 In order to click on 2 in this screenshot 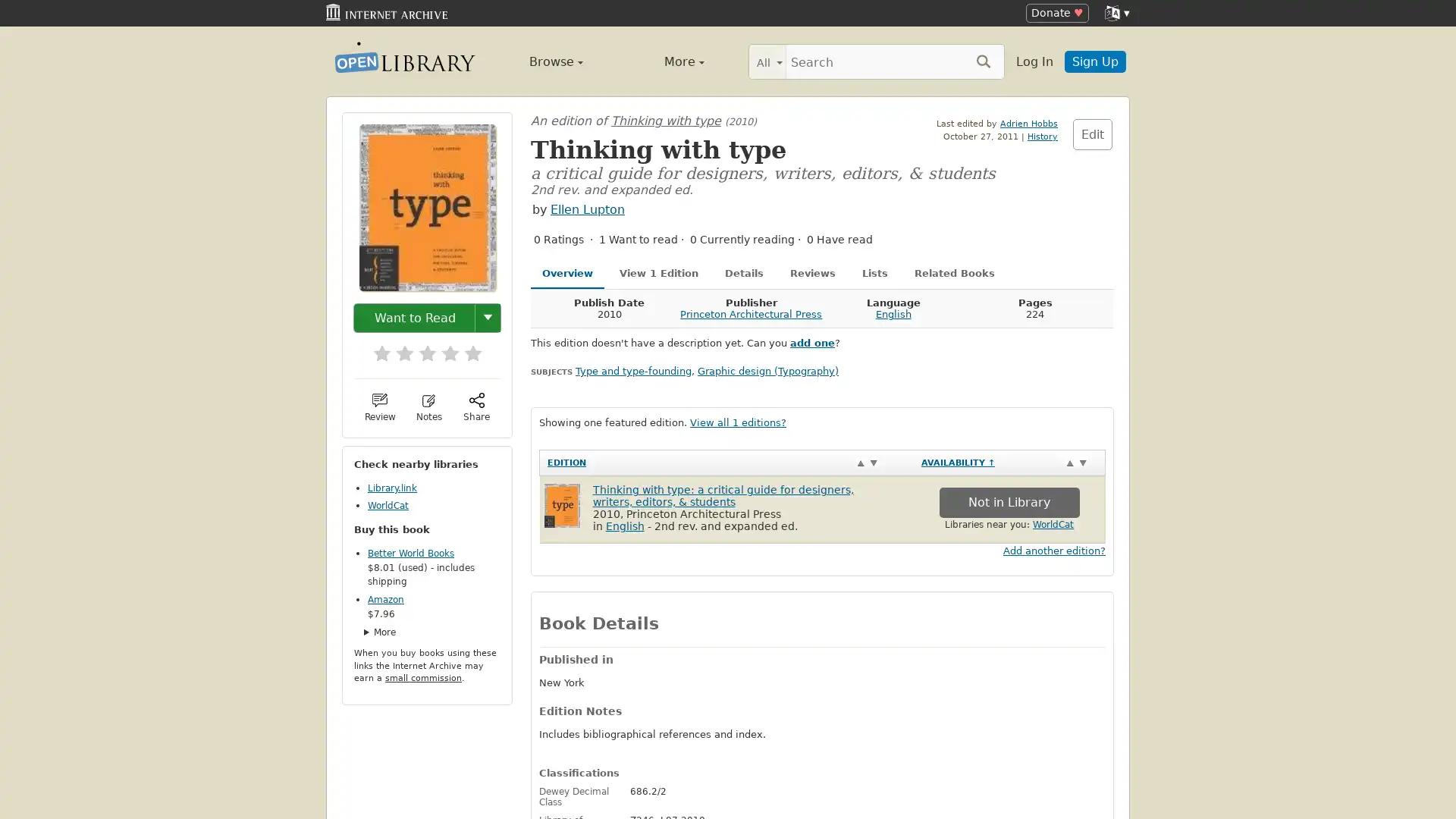, I will do `click(397, 348)`.